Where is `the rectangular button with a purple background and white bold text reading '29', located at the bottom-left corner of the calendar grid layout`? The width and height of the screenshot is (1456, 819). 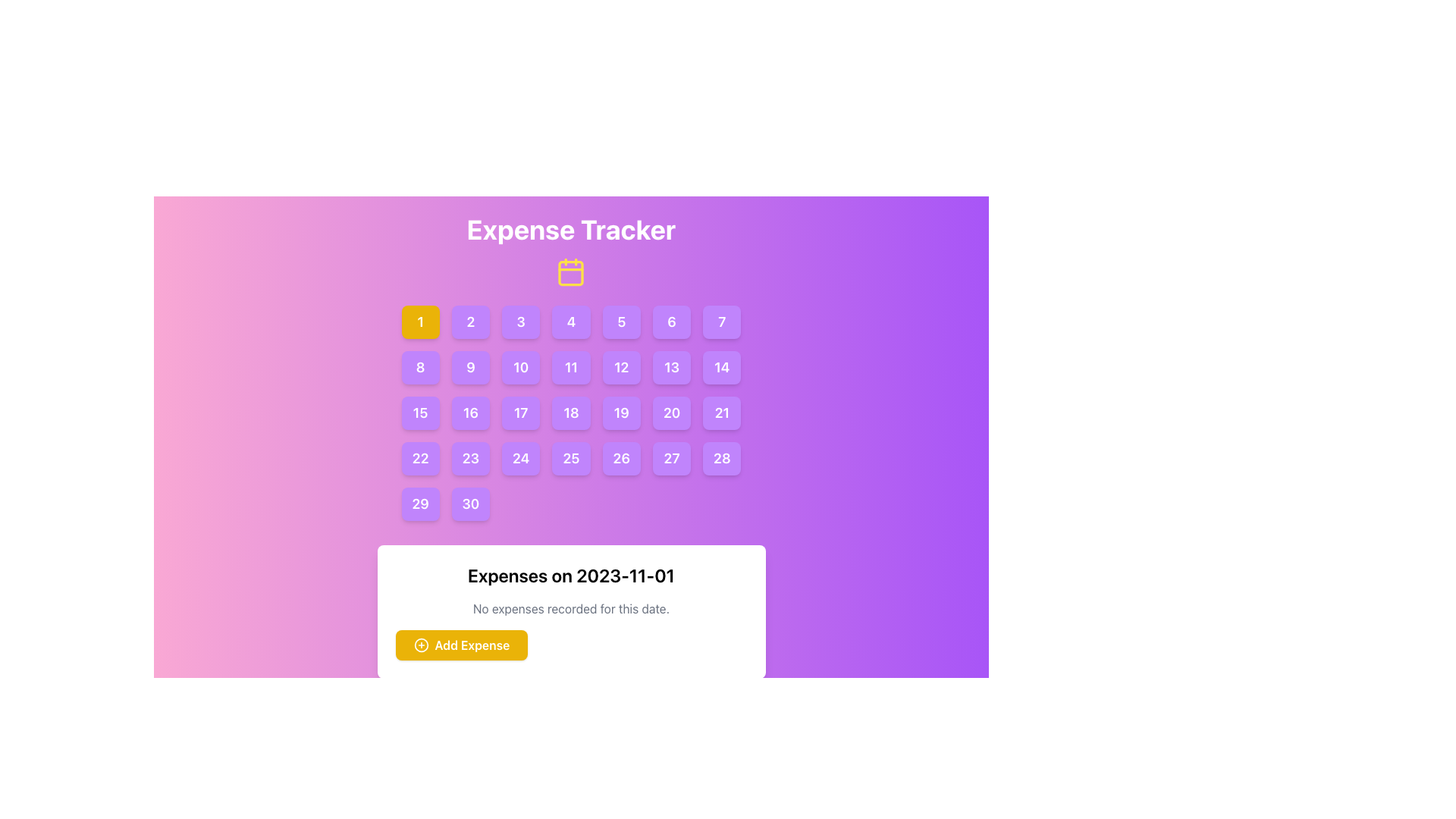 the rectangular button with a purple background and white bold text reading '29', located at the bottom-left corner of the calendar grid layout is located at coordinates (420, 504).